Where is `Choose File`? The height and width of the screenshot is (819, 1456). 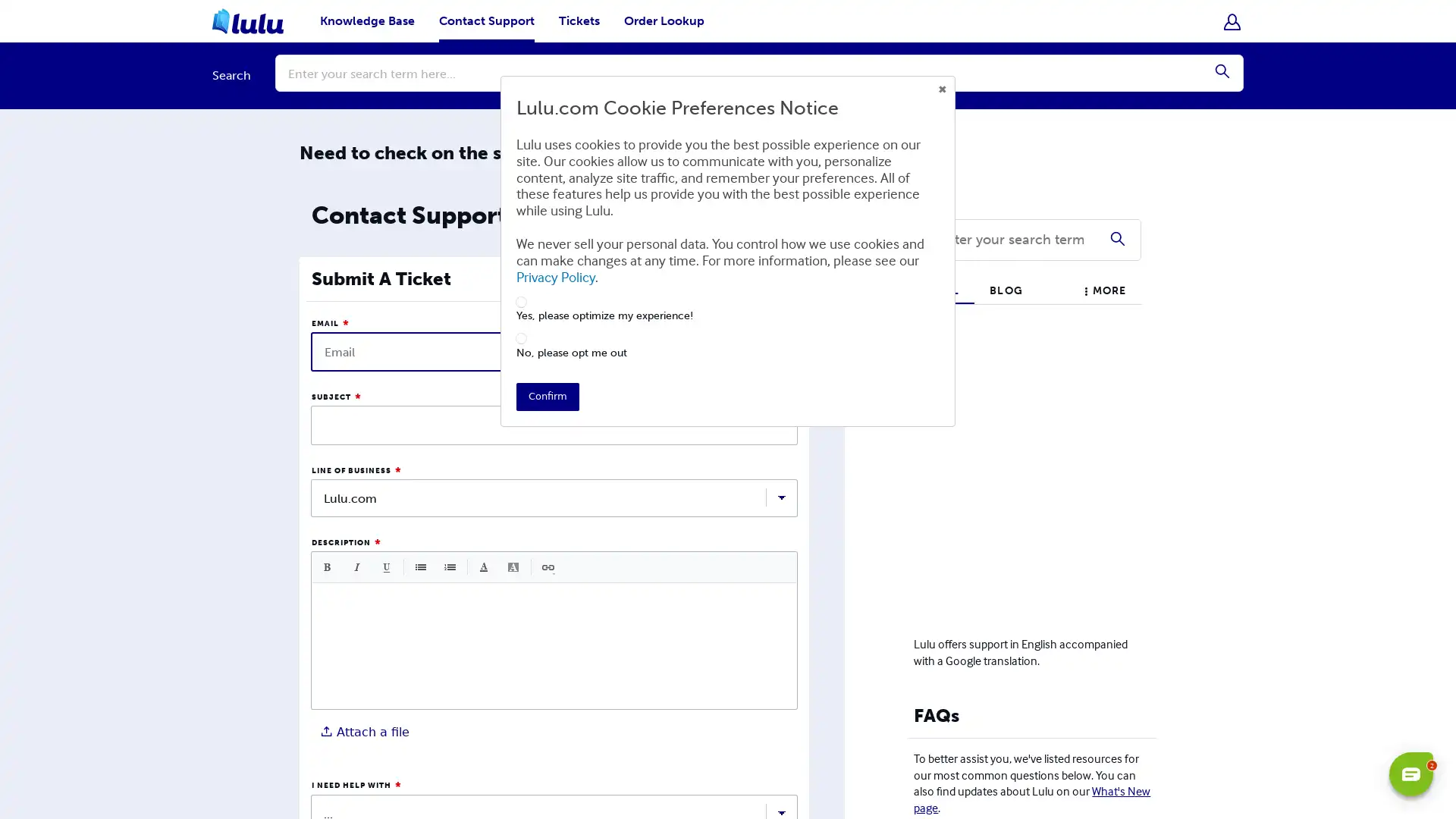
Choose File is located at coordinates (325, 718).